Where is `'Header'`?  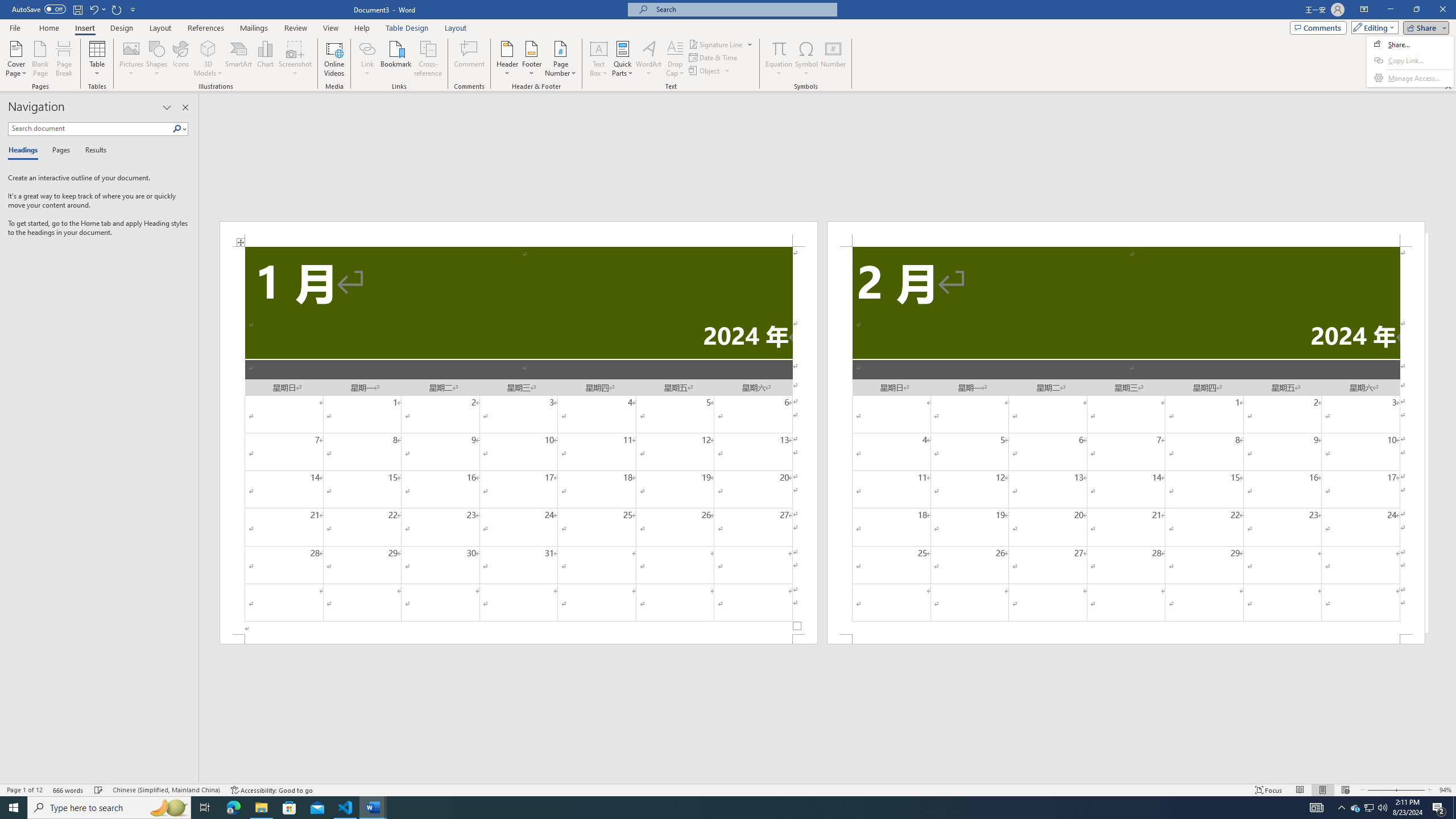
'Header' is located at coordinates (507, 59).